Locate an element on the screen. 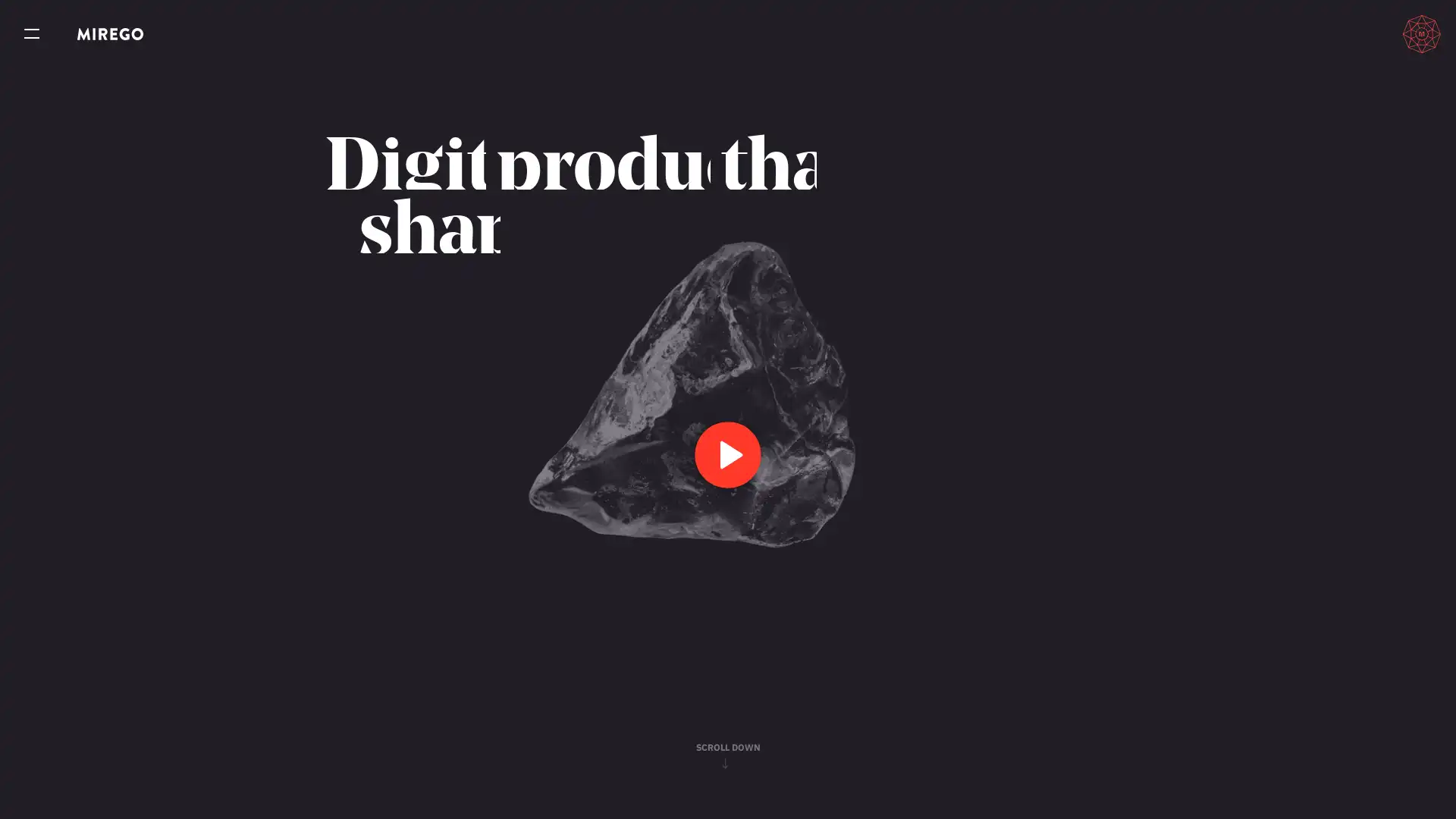  See navigation is located at coordinates (32, 34).